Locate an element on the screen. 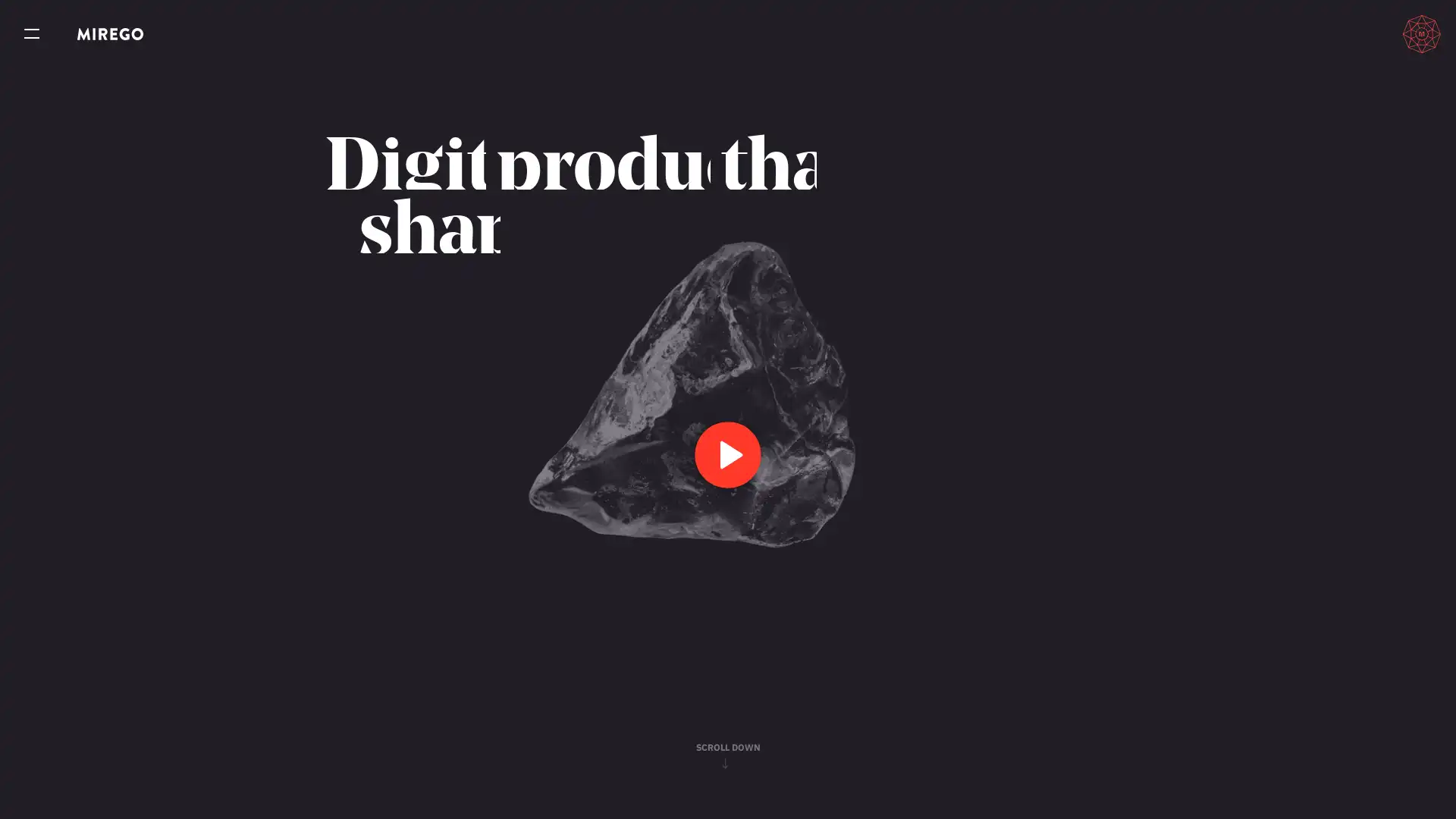  See navigation is located at coordinates (32, 34).